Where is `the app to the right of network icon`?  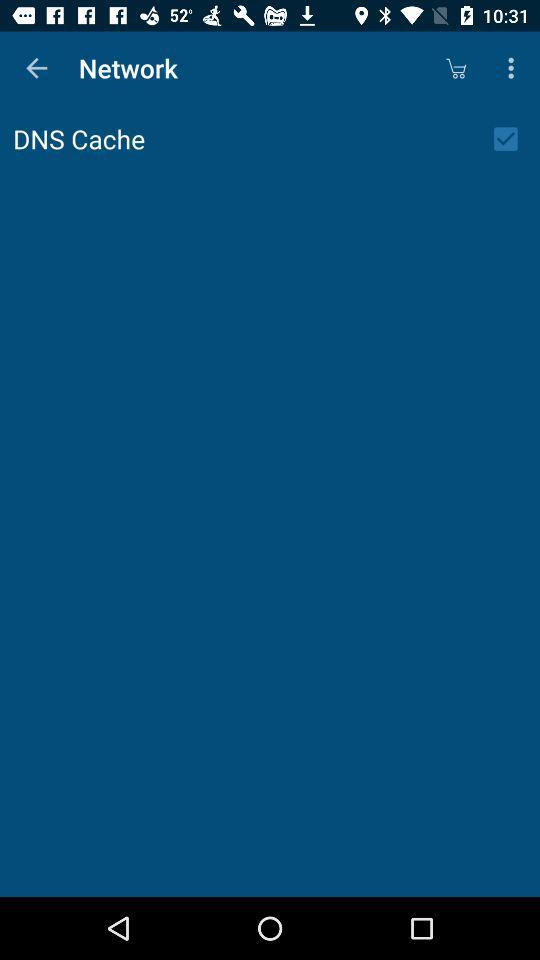
the app to the right of network icon is located at coordinates (455, 68).